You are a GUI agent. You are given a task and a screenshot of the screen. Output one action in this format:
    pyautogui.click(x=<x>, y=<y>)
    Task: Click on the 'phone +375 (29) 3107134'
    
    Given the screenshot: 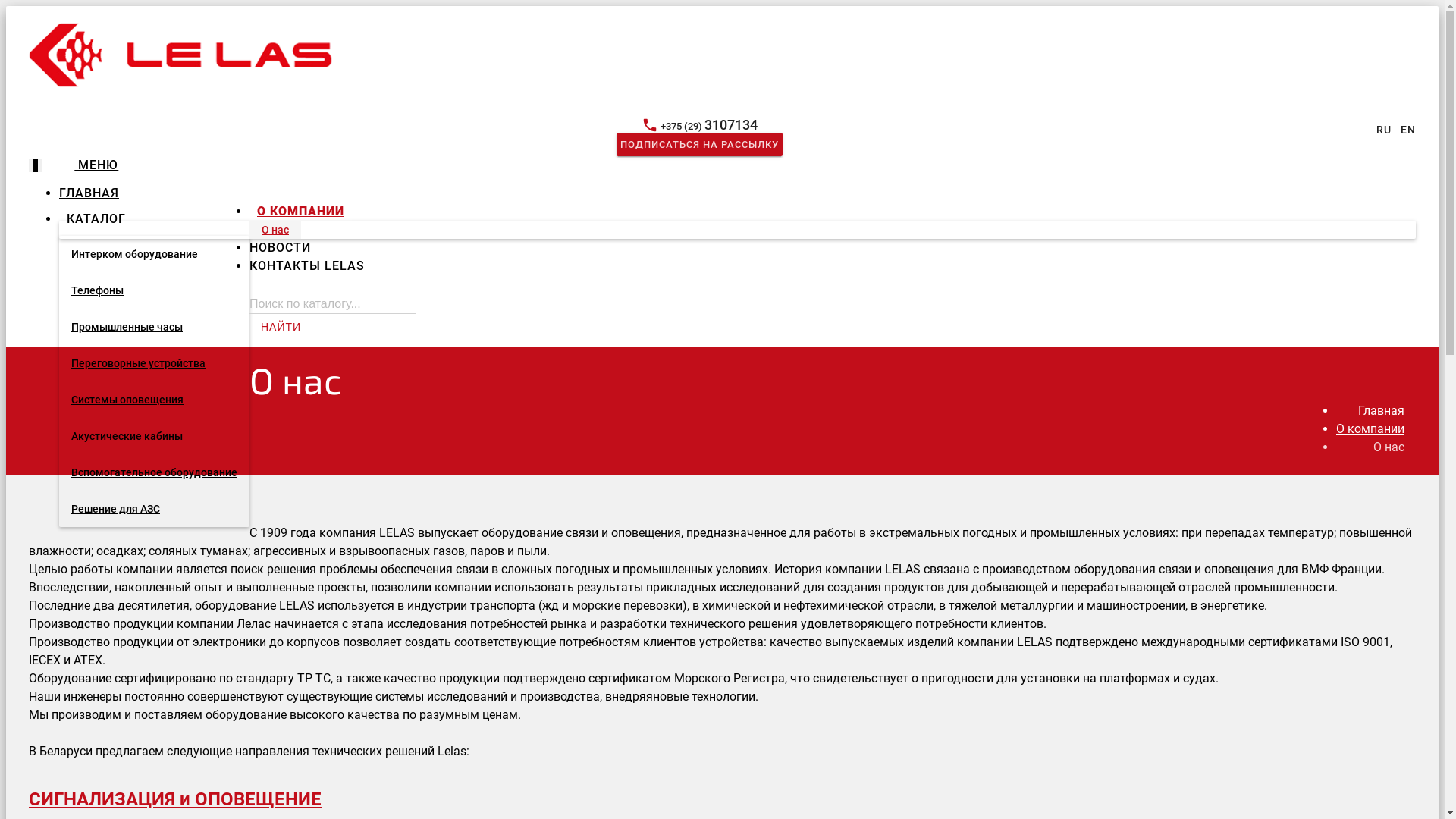 What is the action you would take?
    pyautogui.click(x=698, y=125)
    